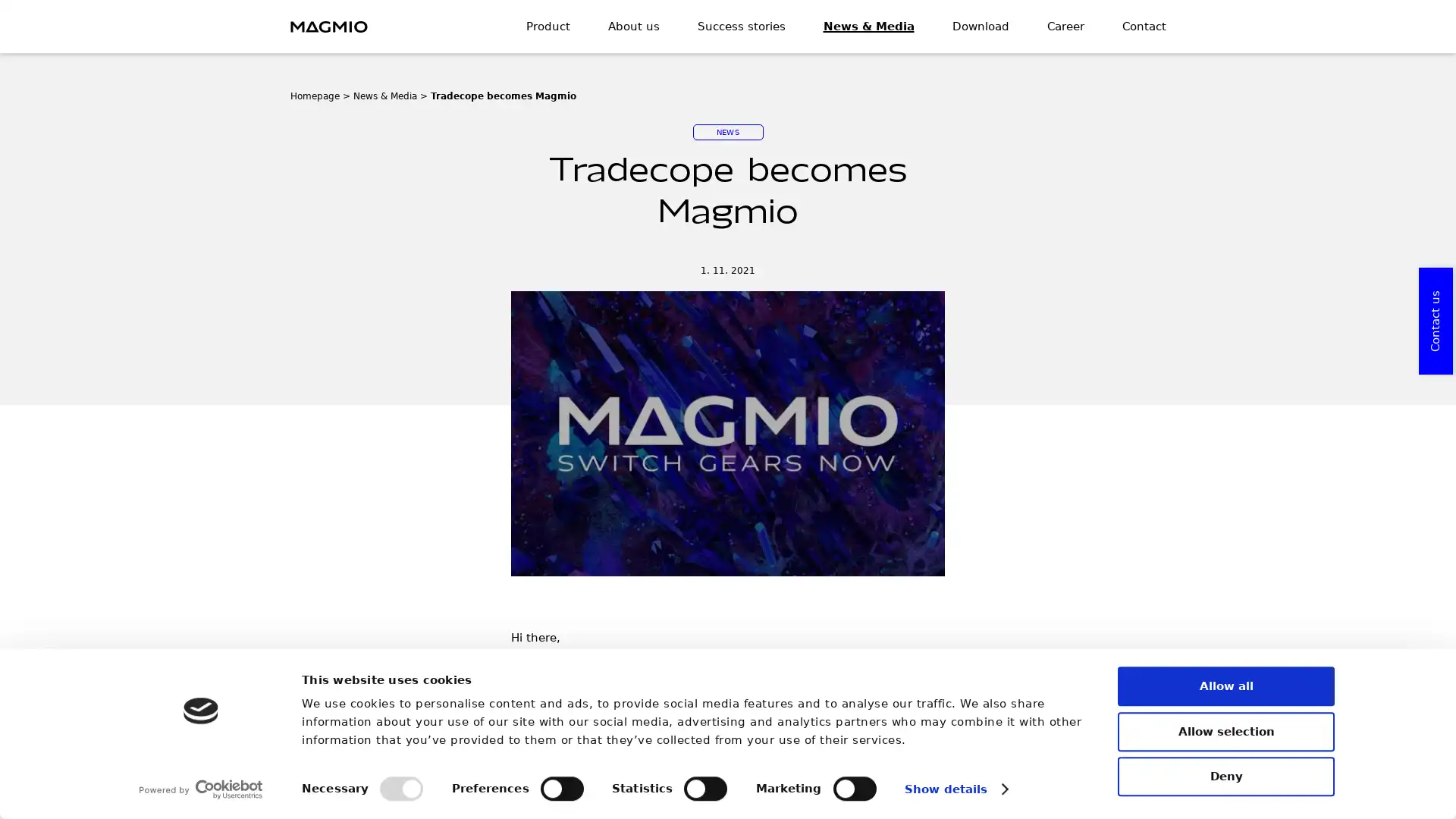 The image size is (1456, 819). Describe the element at coordinates (1226, 730) in the screenshot. I see `Allow selection` at that location.